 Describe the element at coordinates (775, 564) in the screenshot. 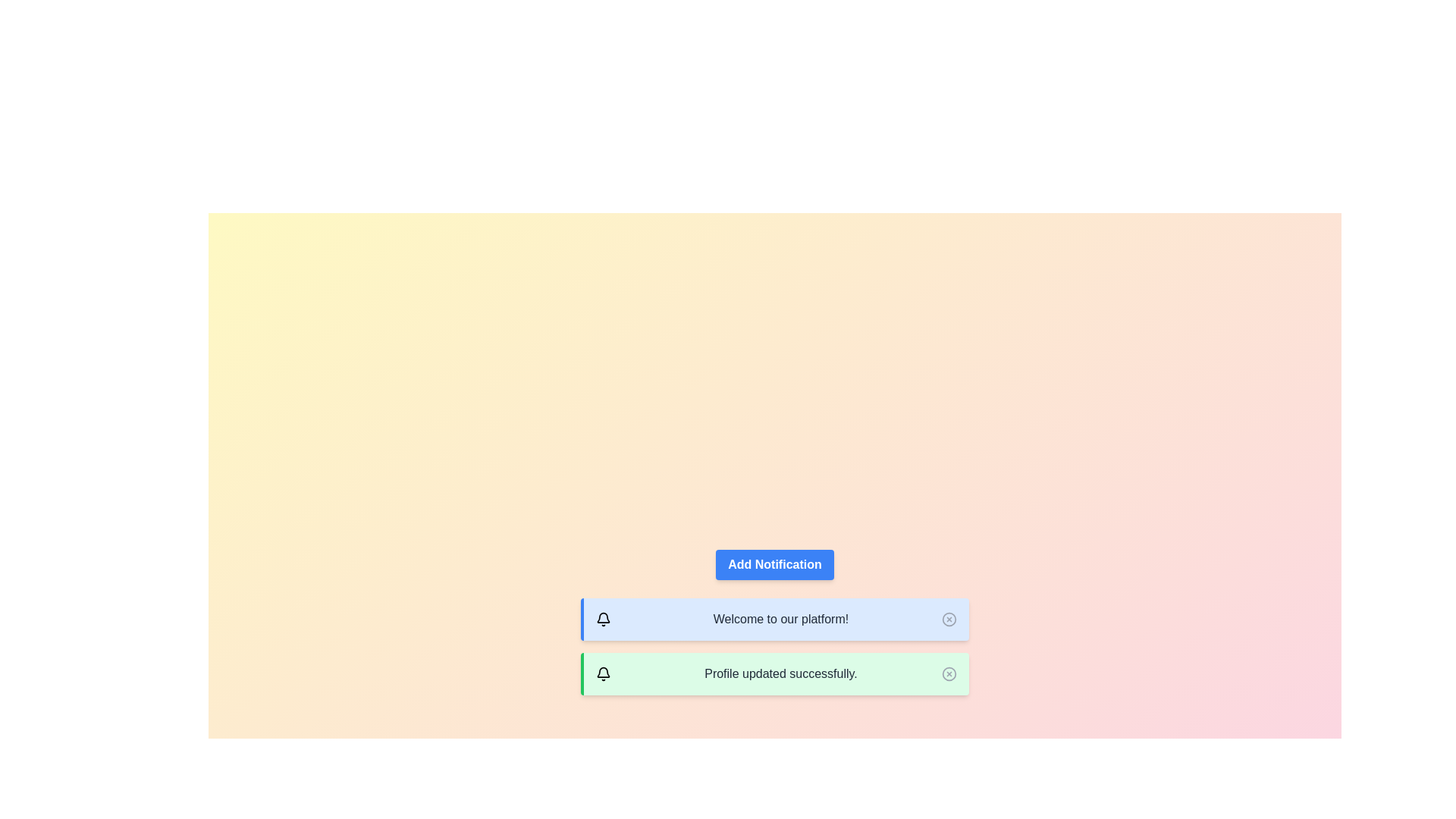

I see `the 'Add Notification' button to add a new notification` at that location.